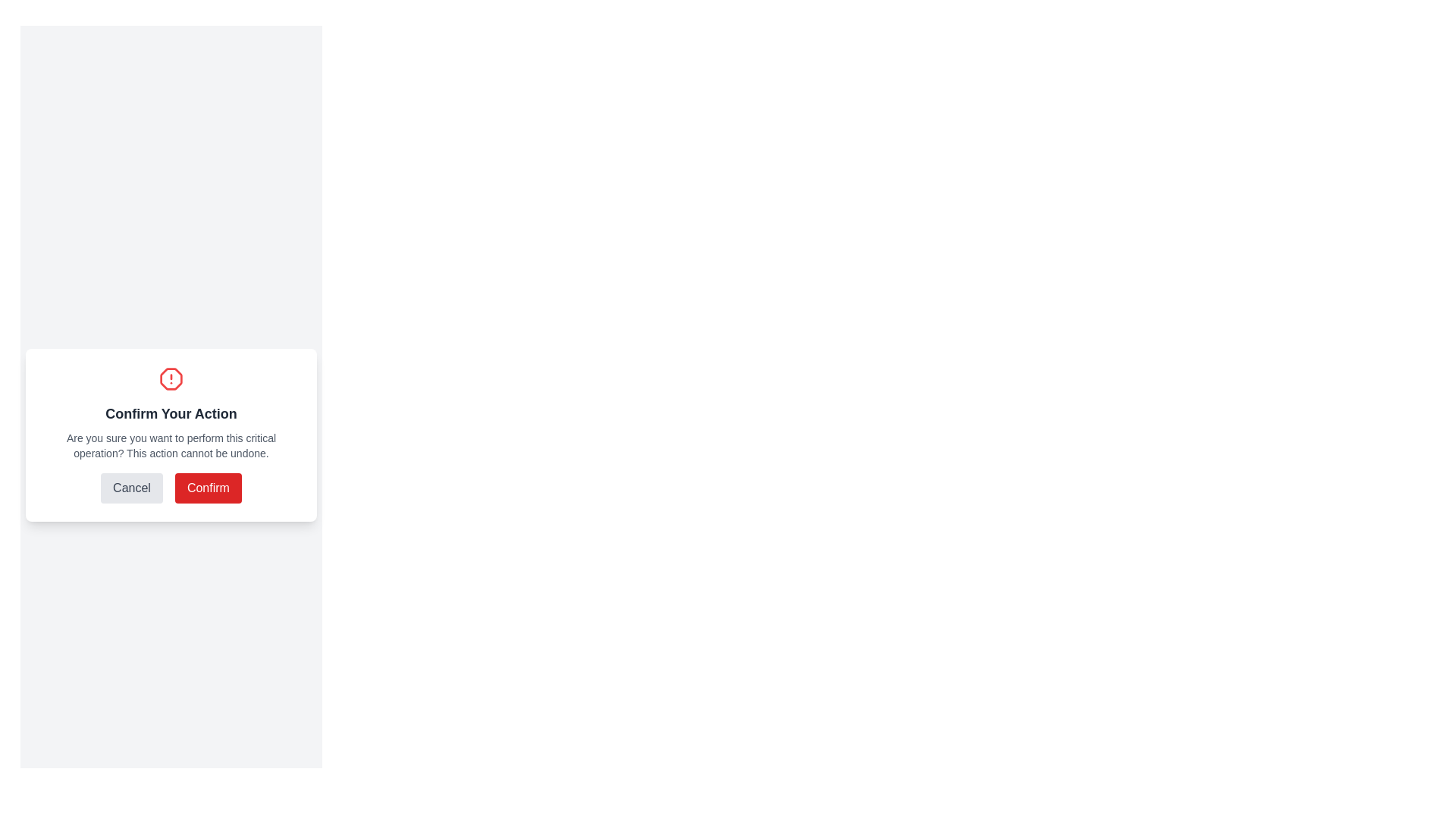  I want to click on the 'Cancel' button, which is a rectangular button with rounded corners, gray background, and dark gray text, located at the bottom of the confirmation dialog box, so click(131, 488).